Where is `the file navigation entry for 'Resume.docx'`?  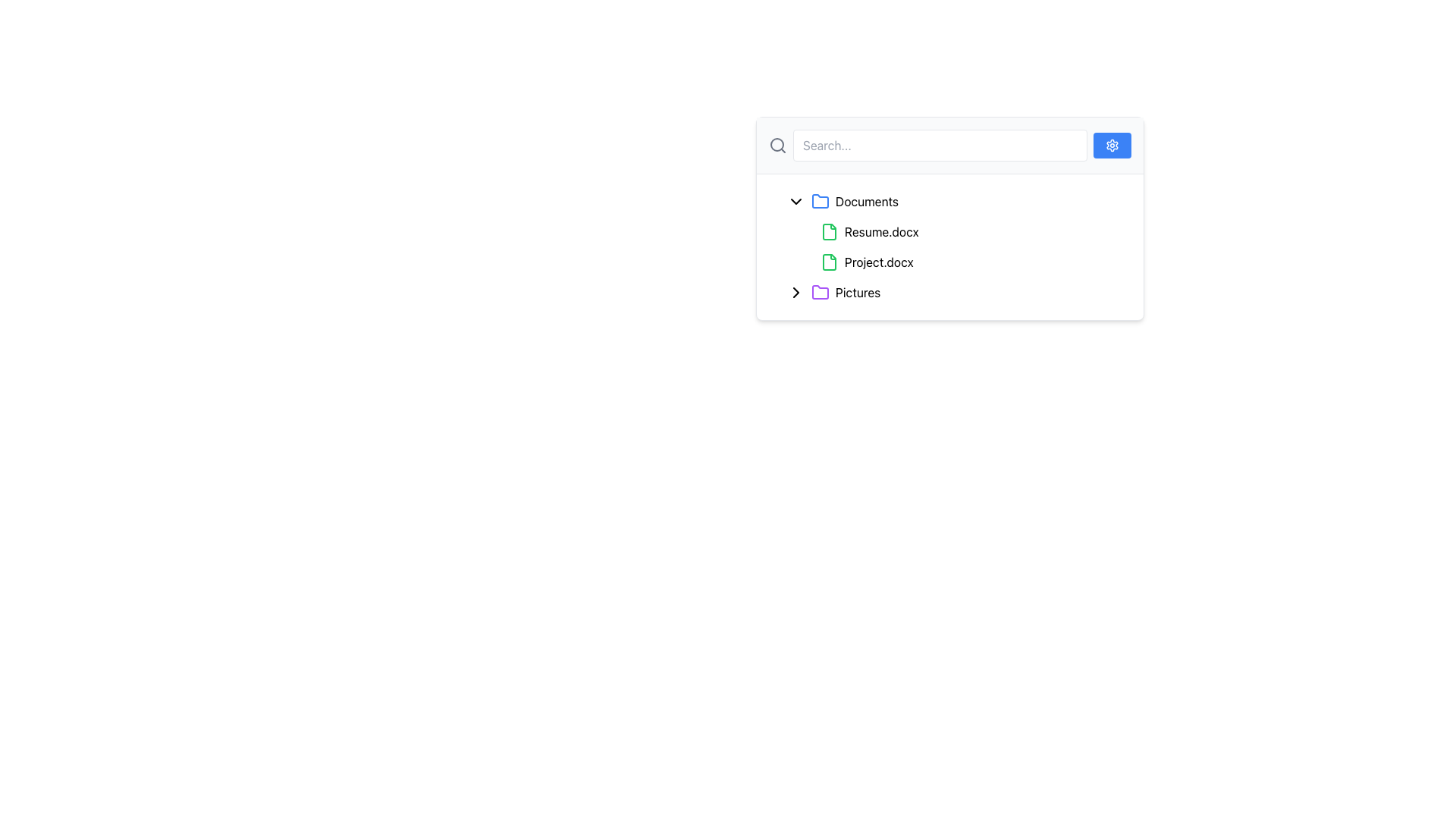 the file navigation entry for 'Resume.docx' is located at coordinates (949, 231).